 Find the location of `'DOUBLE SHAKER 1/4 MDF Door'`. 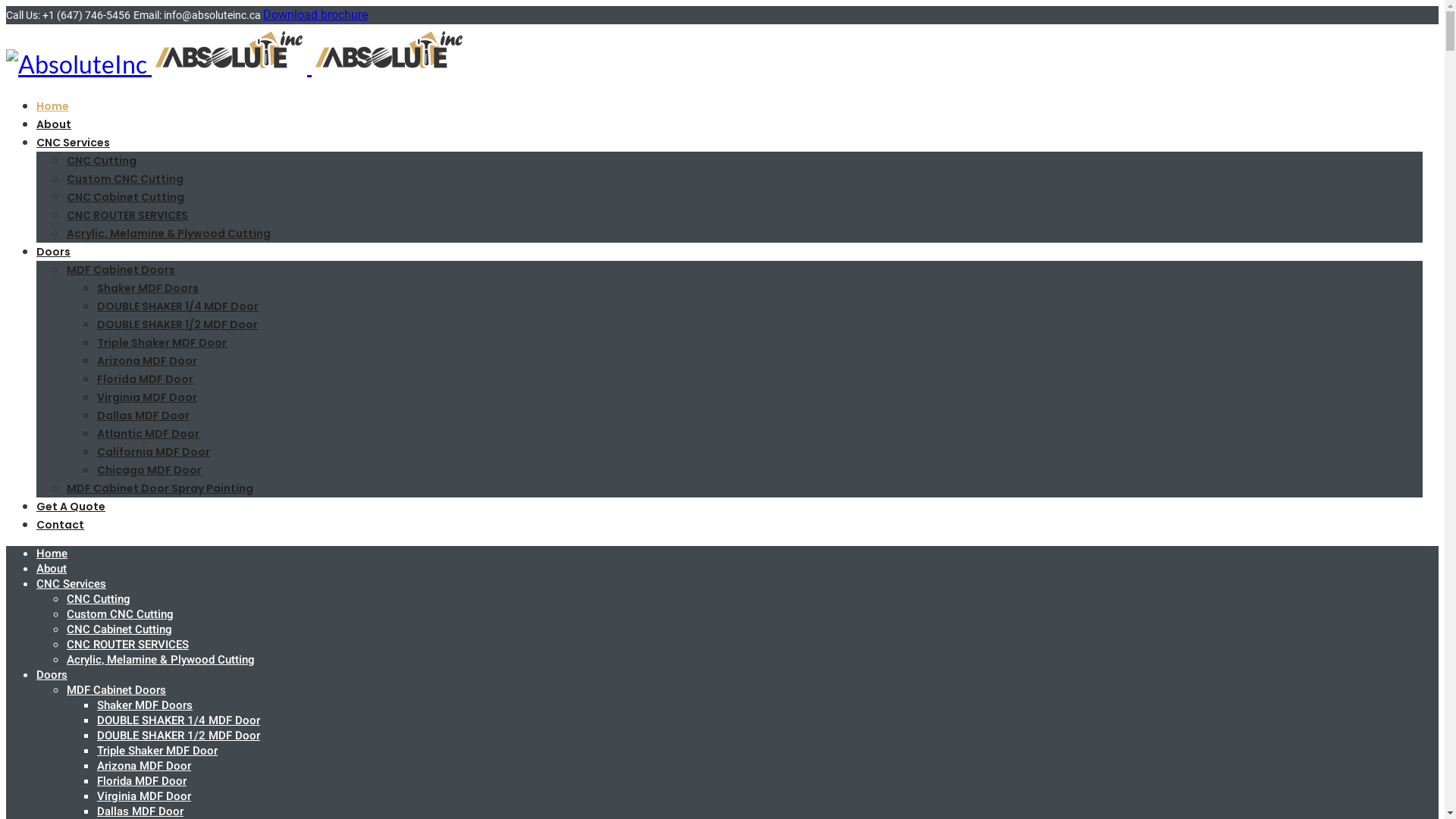

'DOUBLE SHAKER 1/4 MDF Door' is located at coordinates (96, 719).